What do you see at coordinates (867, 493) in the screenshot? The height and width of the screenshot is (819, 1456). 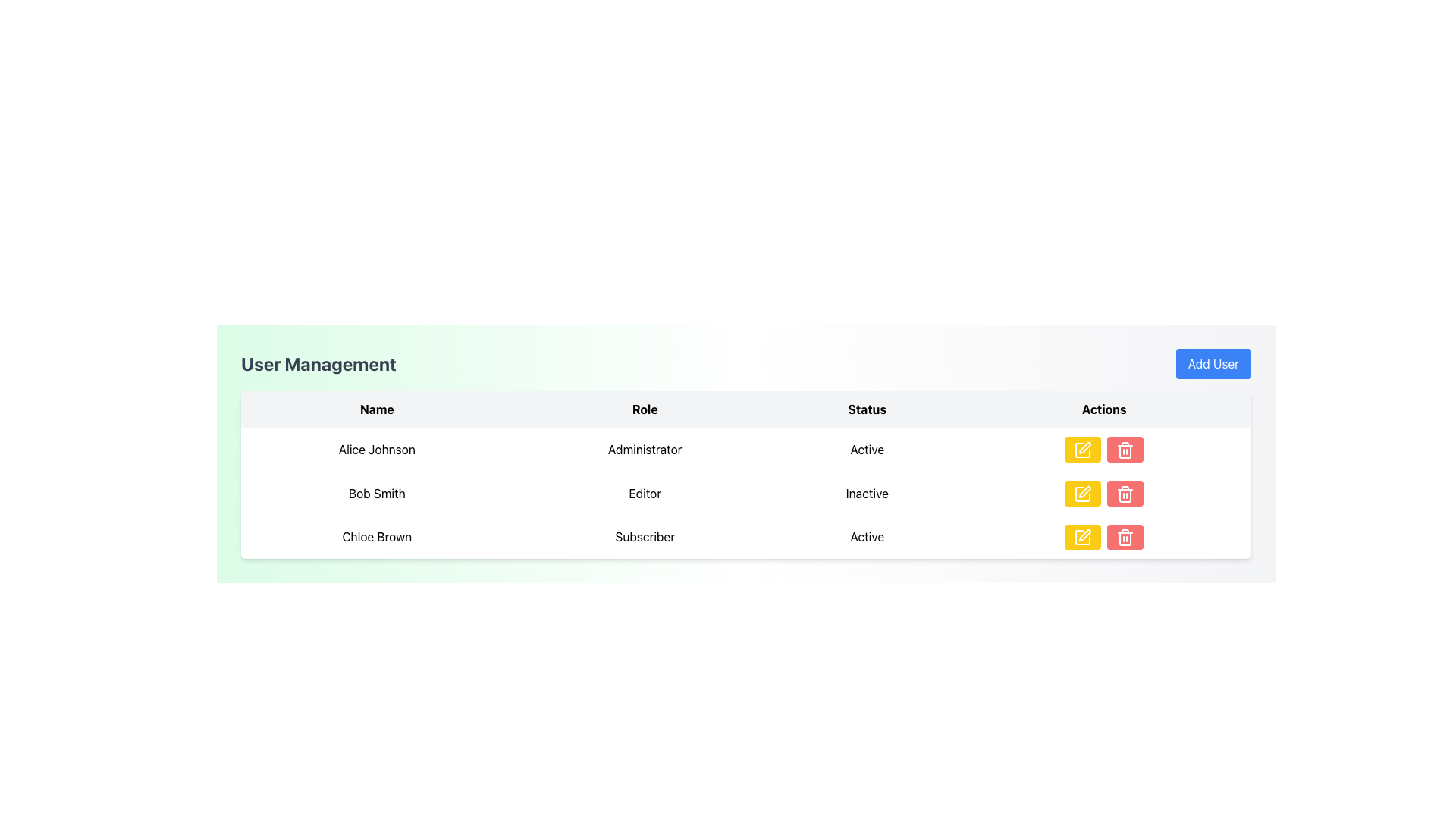 I see `the 'Inactive' text label located in the 'Status' column of the second row, which is adjacent to the 'Editor' entry in the 'Role' column` at bounding box center [867, 493].